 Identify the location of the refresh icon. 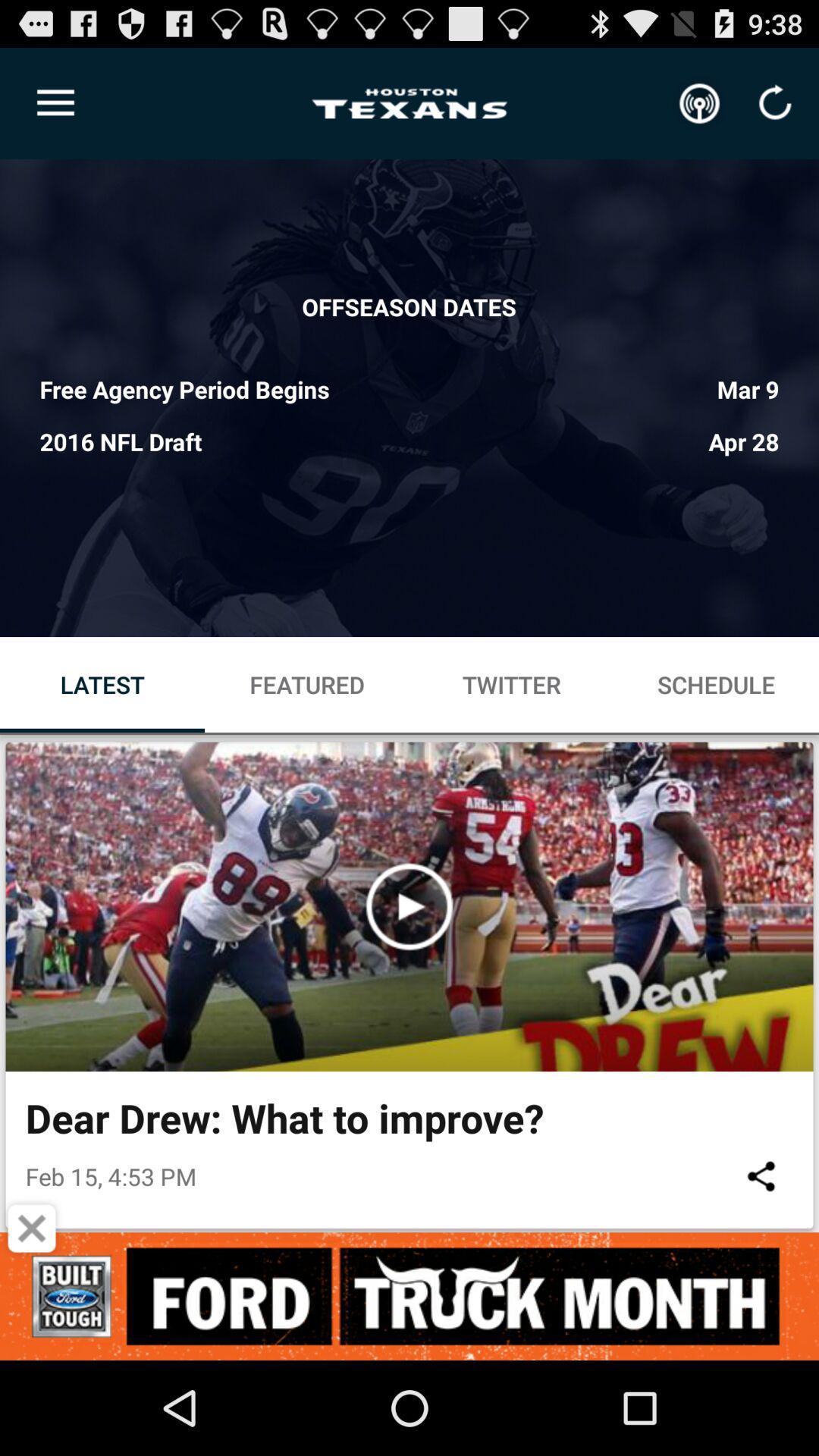
(775, 103).